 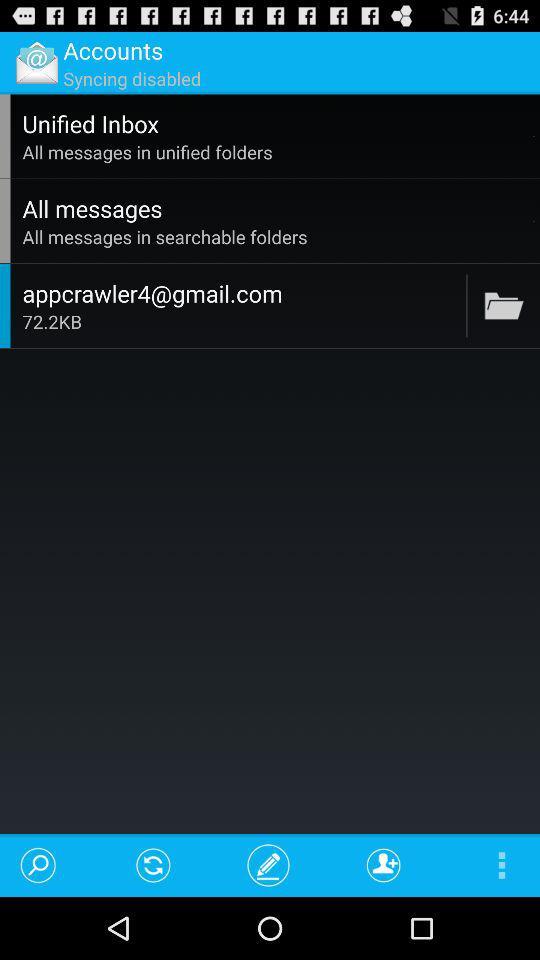 I want to click on 72.2kb icon, so click(x=241, y=321).